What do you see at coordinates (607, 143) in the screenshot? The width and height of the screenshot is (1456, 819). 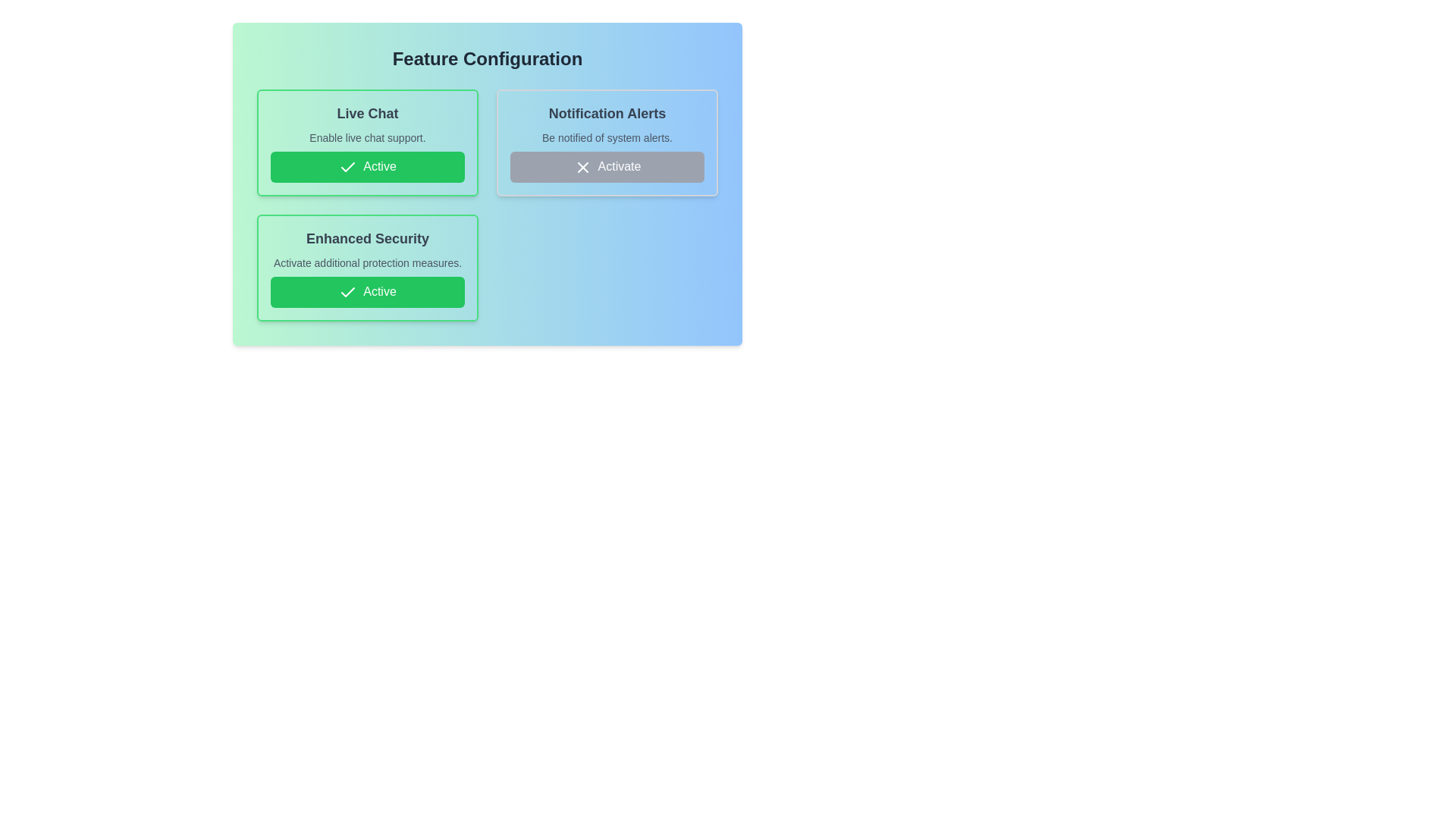 I see `the text and description of the feature Notification Alerts` at bounding box center [607, 143].